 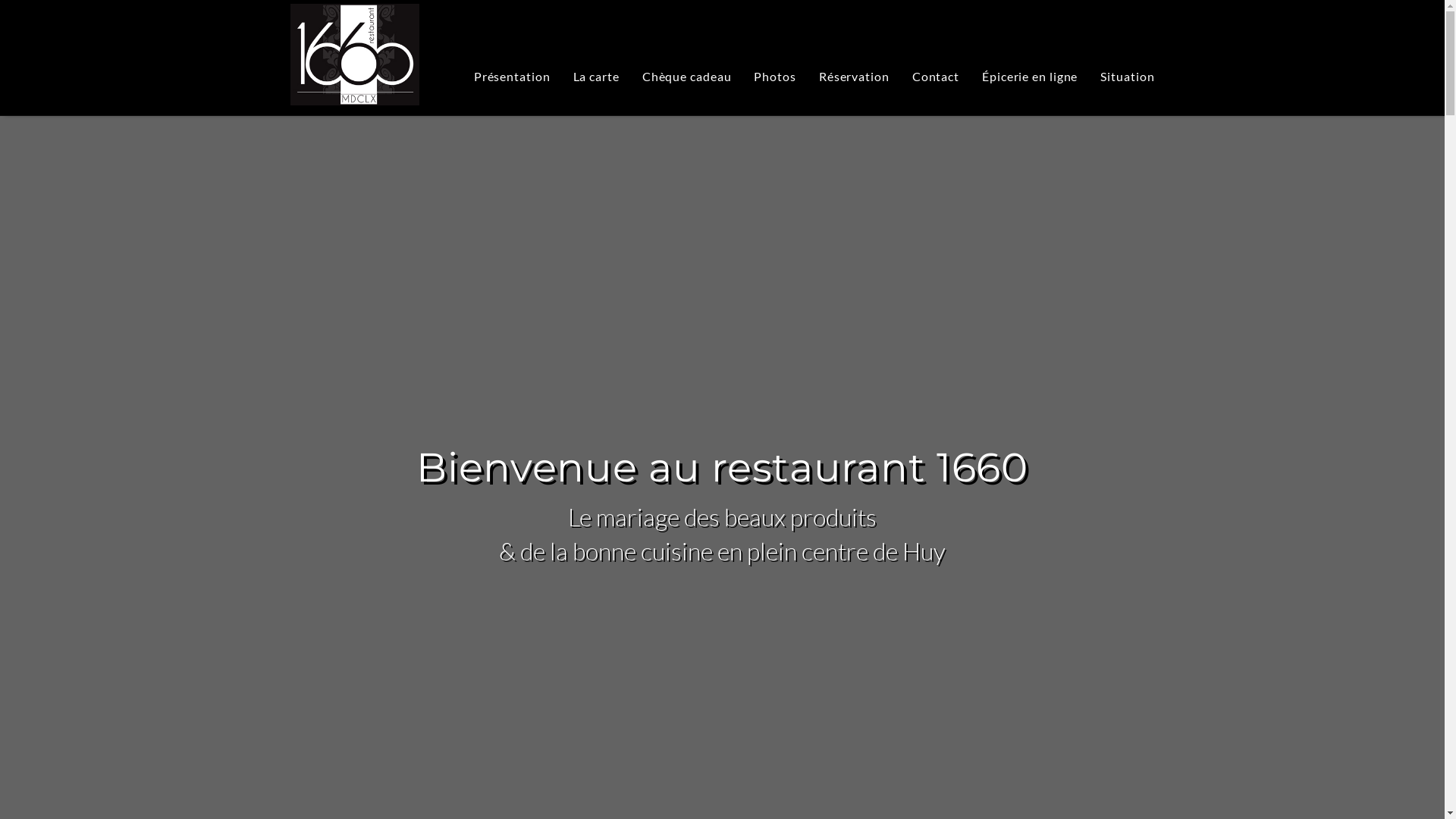 I want to click on 'La carte', so click(x=595, y=76).